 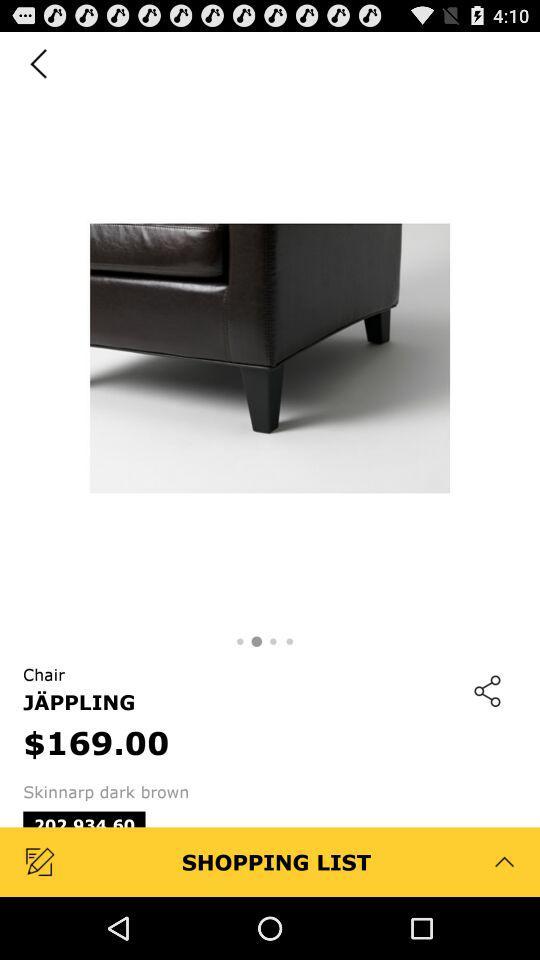 I want to click on the share icon, so click(x=486, y=738).